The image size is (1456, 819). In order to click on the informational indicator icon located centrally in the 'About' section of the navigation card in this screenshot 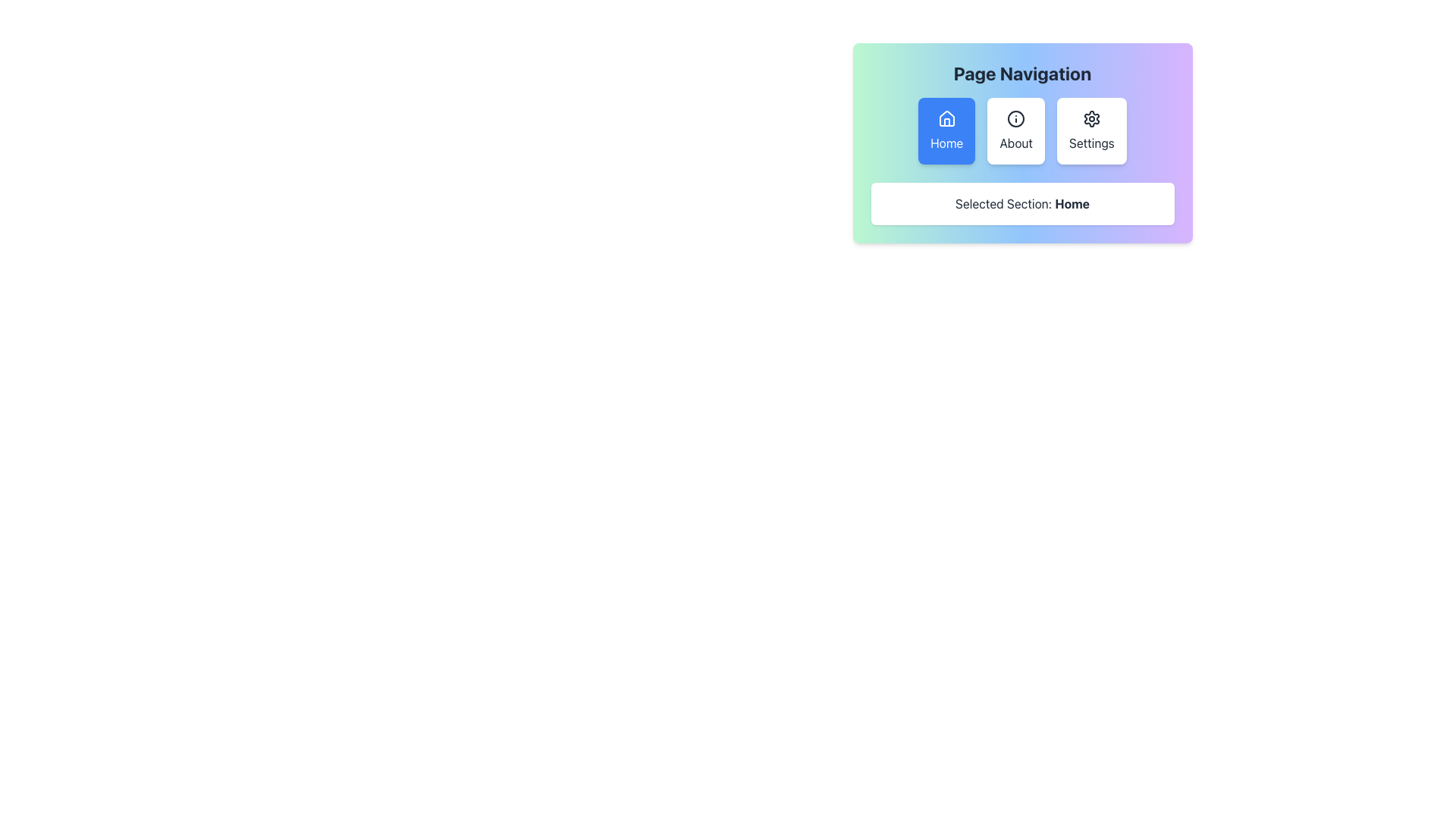, I will do `click(1016, 118)`.